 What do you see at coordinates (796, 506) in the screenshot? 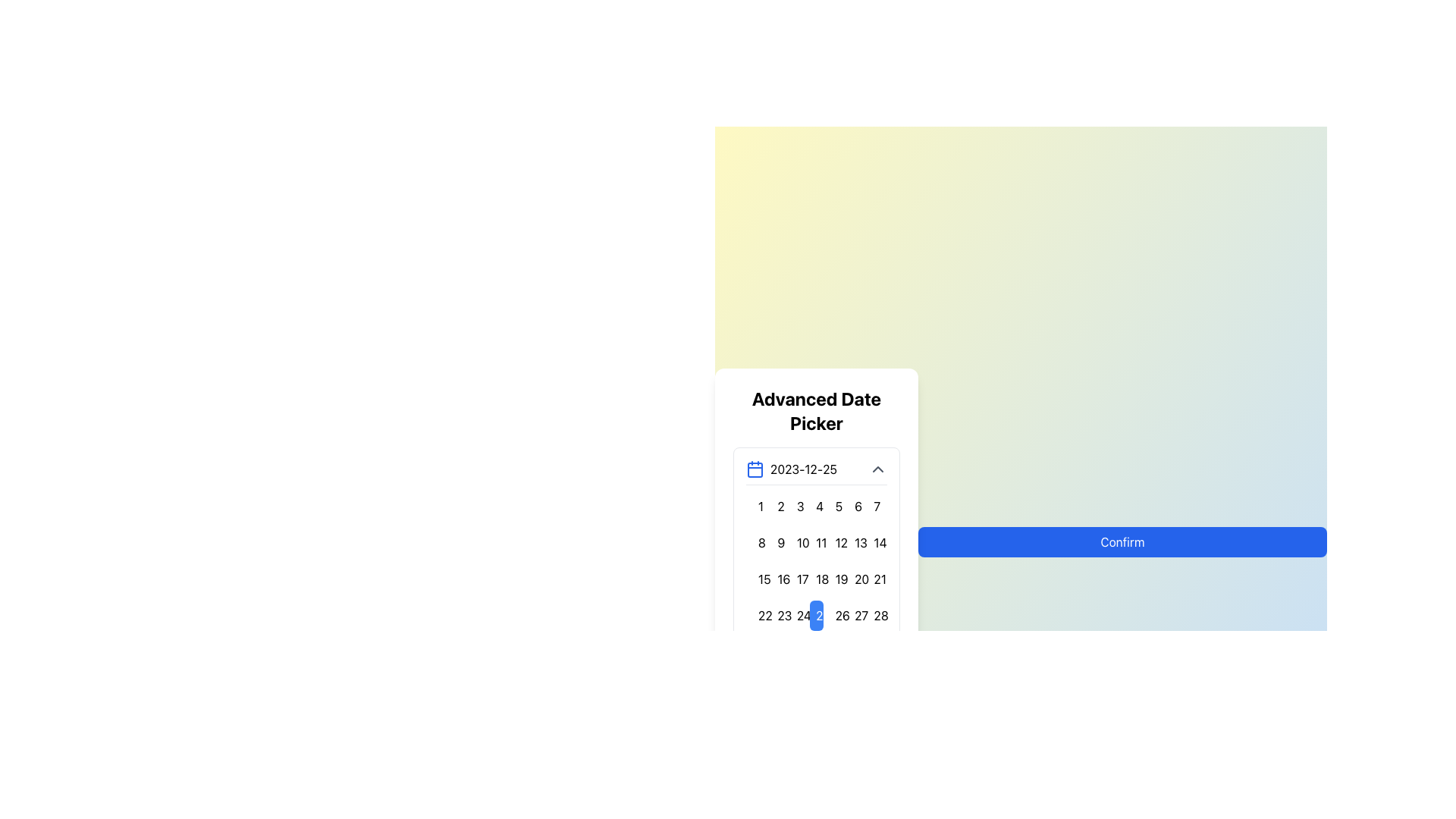
I see `the interactive button displaying the number '3' in the calendar grid below the 'Advanced Date Picker' heading` at bounding box center [796, 506].